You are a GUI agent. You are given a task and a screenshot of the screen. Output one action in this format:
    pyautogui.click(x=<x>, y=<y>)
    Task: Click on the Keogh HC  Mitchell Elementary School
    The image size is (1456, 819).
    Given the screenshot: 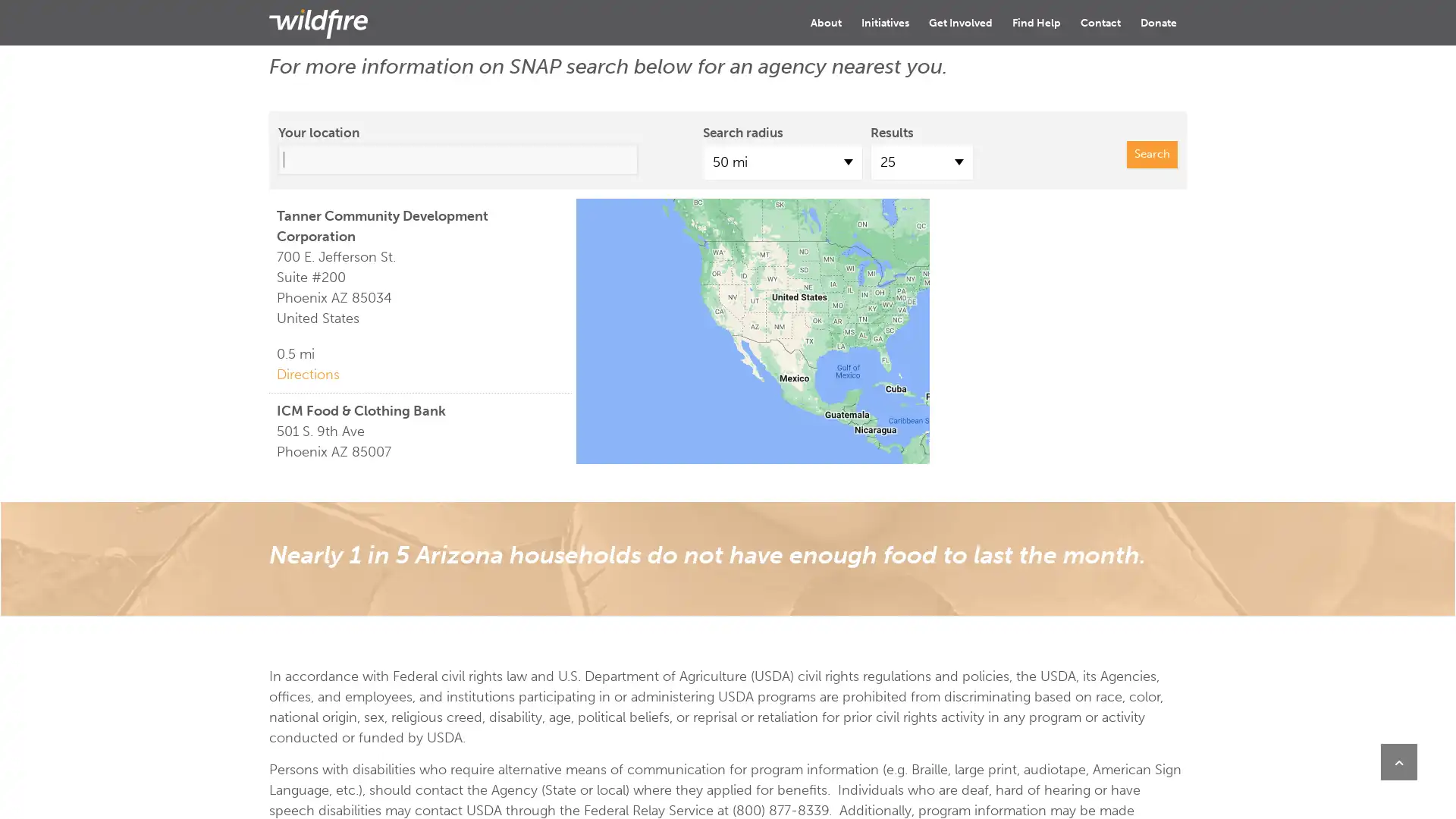 What is the action you would take?
    pyautogui.click(x=833, y=307)
    